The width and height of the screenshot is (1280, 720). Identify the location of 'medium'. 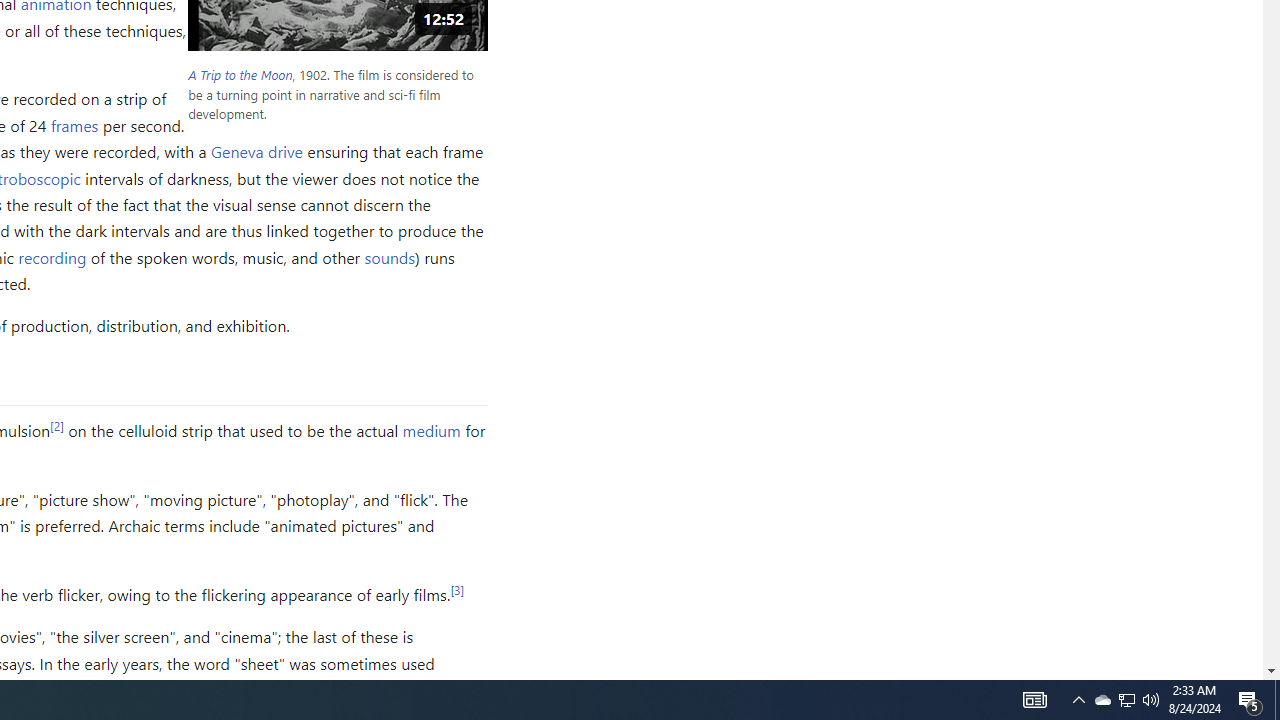
(430, 428).